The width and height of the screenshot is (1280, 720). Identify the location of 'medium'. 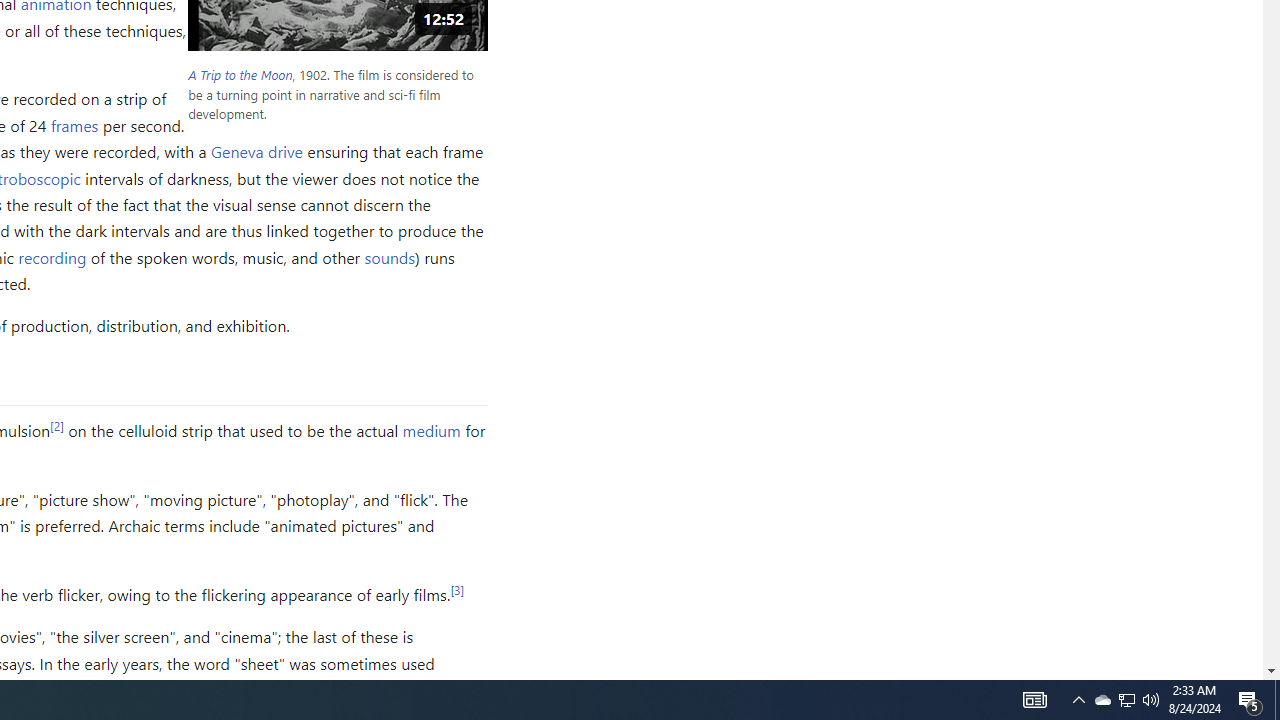
(430, 428).